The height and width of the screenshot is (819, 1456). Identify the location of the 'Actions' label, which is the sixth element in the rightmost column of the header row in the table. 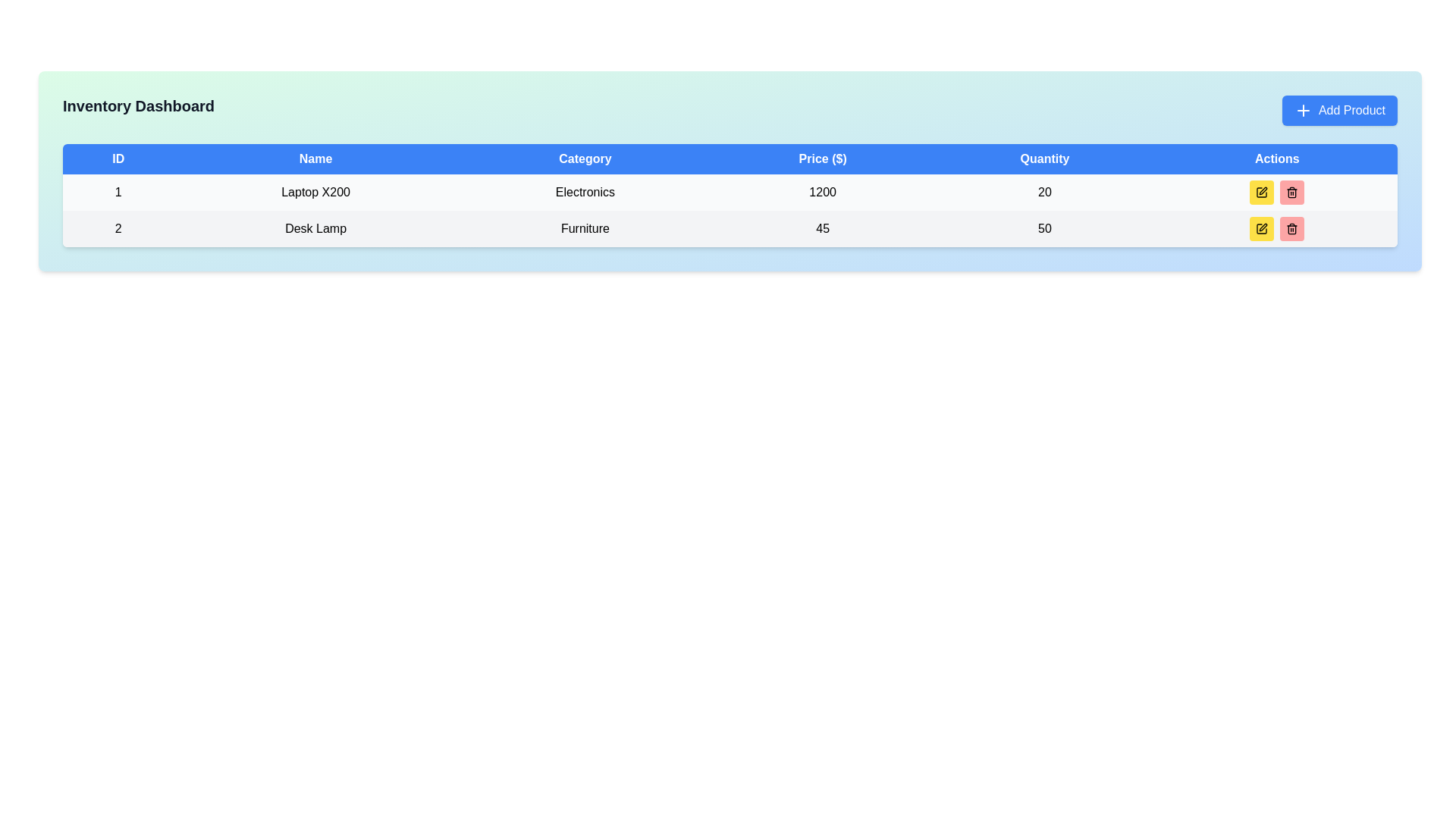
(1276, 158).